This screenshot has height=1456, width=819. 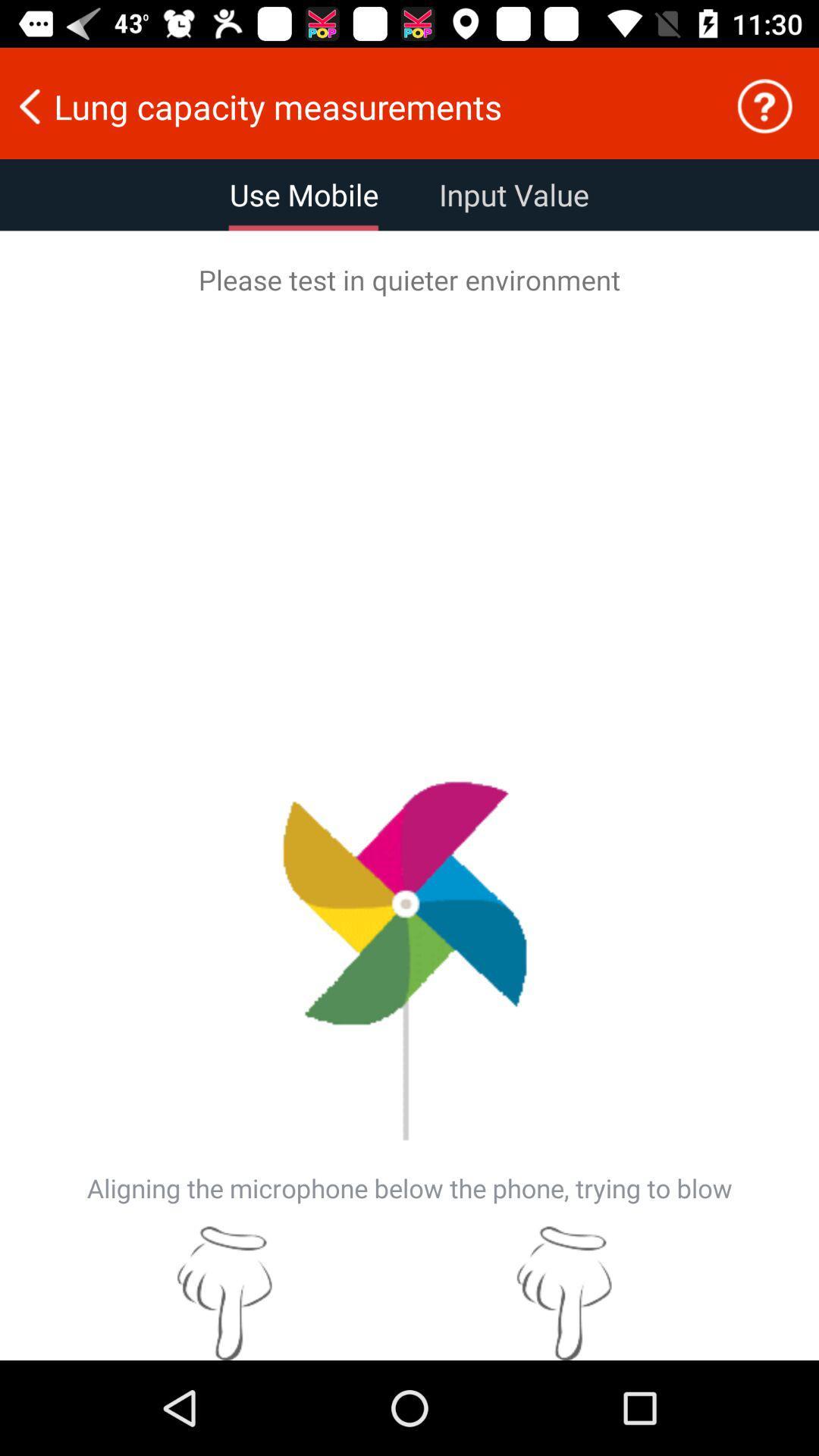 What do you see at coordinates (357, 105) in the screenshot?
I see `icon above the use mobile` at bounding box center [357, 105].